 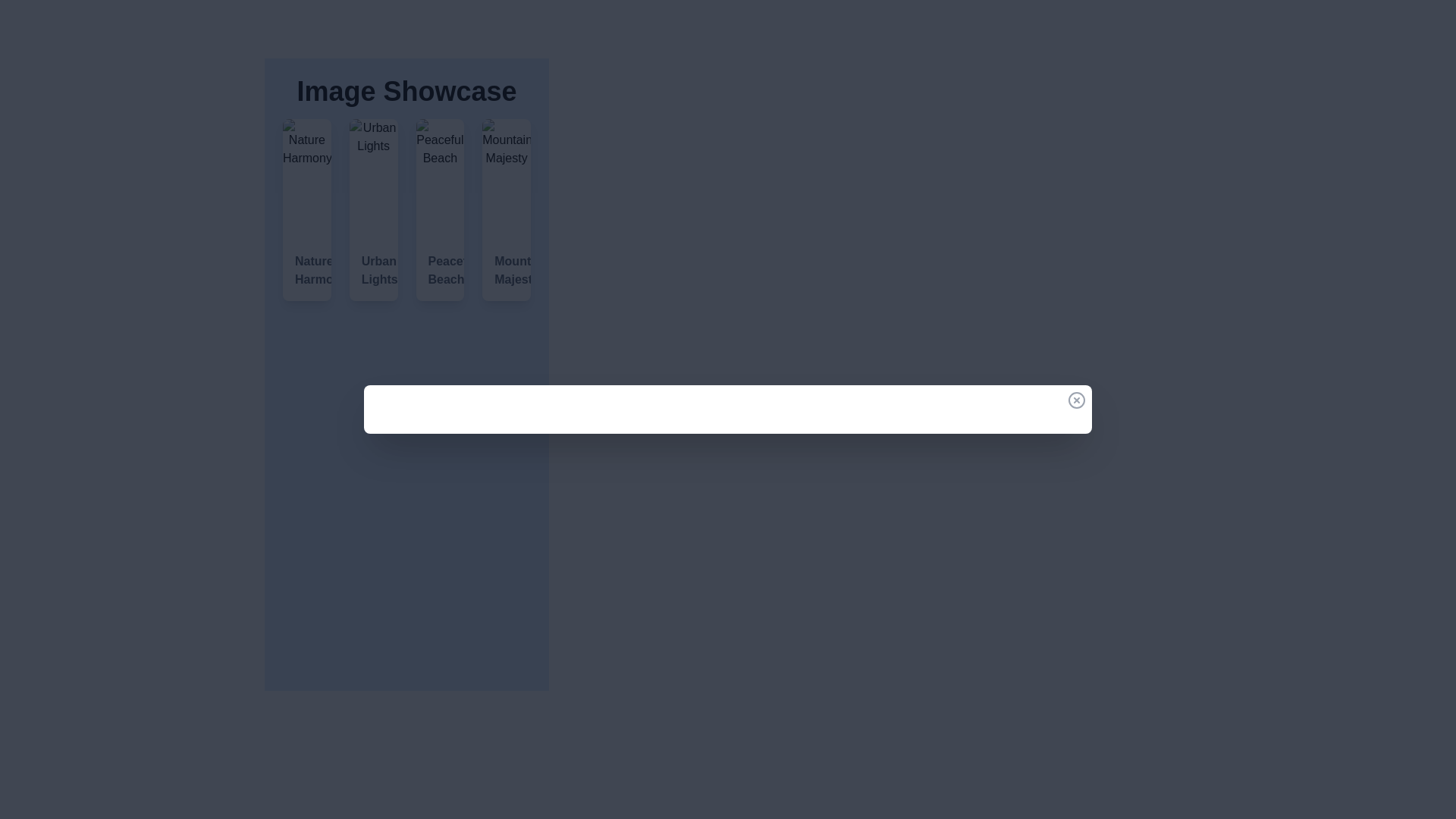 What do you see at coordinates (507, 270) in the screenshot?
I see `the content of the Text Label located at the bottom section of the white card representing 'Mountain Majesty', which is the last of four cards displayed horizontally in the 'Image Showcase' section` at bounding box center [507, 270].